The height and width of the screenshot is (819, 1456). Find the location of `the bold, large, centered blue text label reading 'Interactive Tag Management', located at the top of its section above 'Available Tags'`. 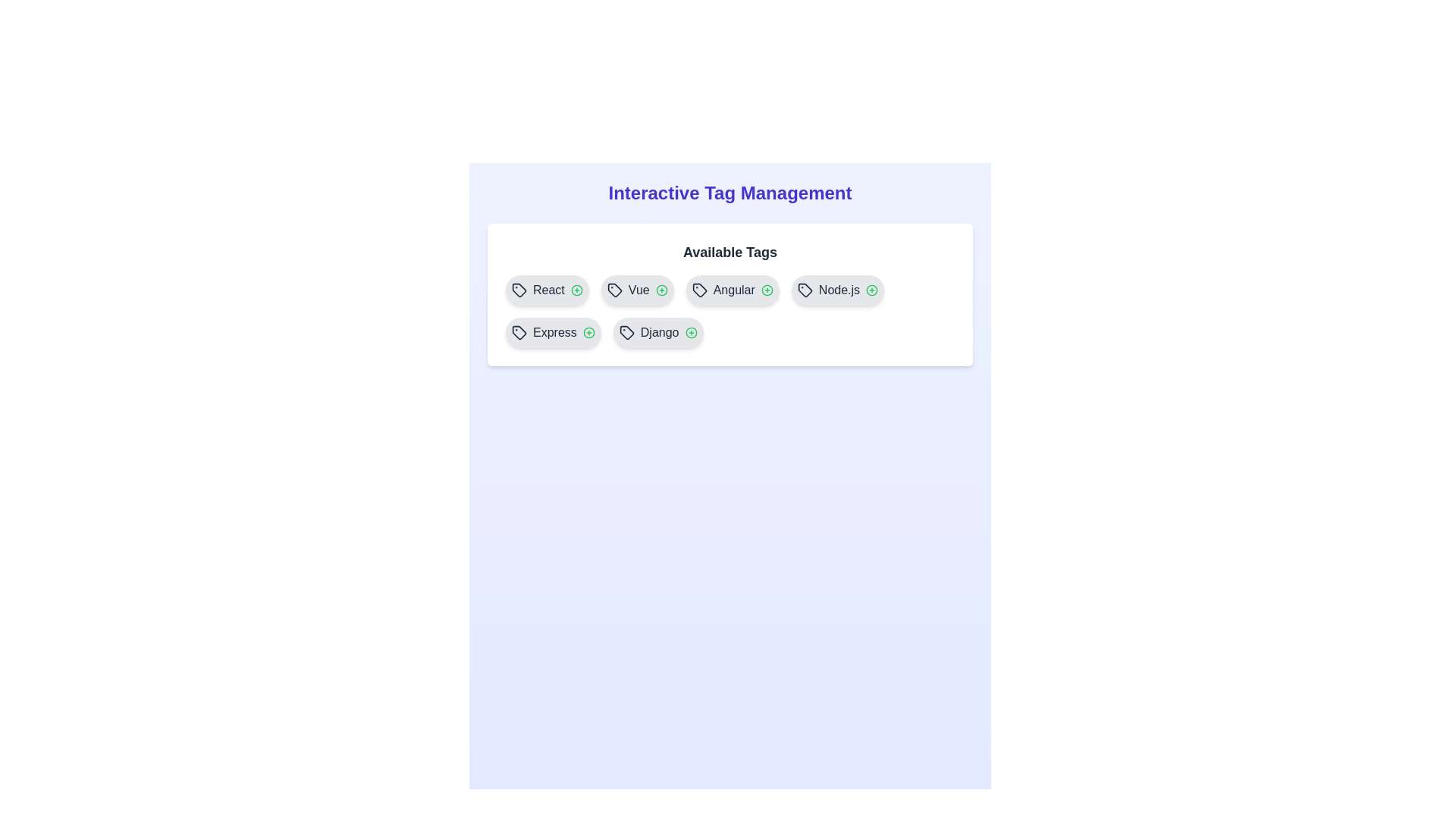

the bold, large, centered blue text label reading 'Interactive Tag Management', located at the top of its section above 'Available Tags' is located at coordinates (730, 192).